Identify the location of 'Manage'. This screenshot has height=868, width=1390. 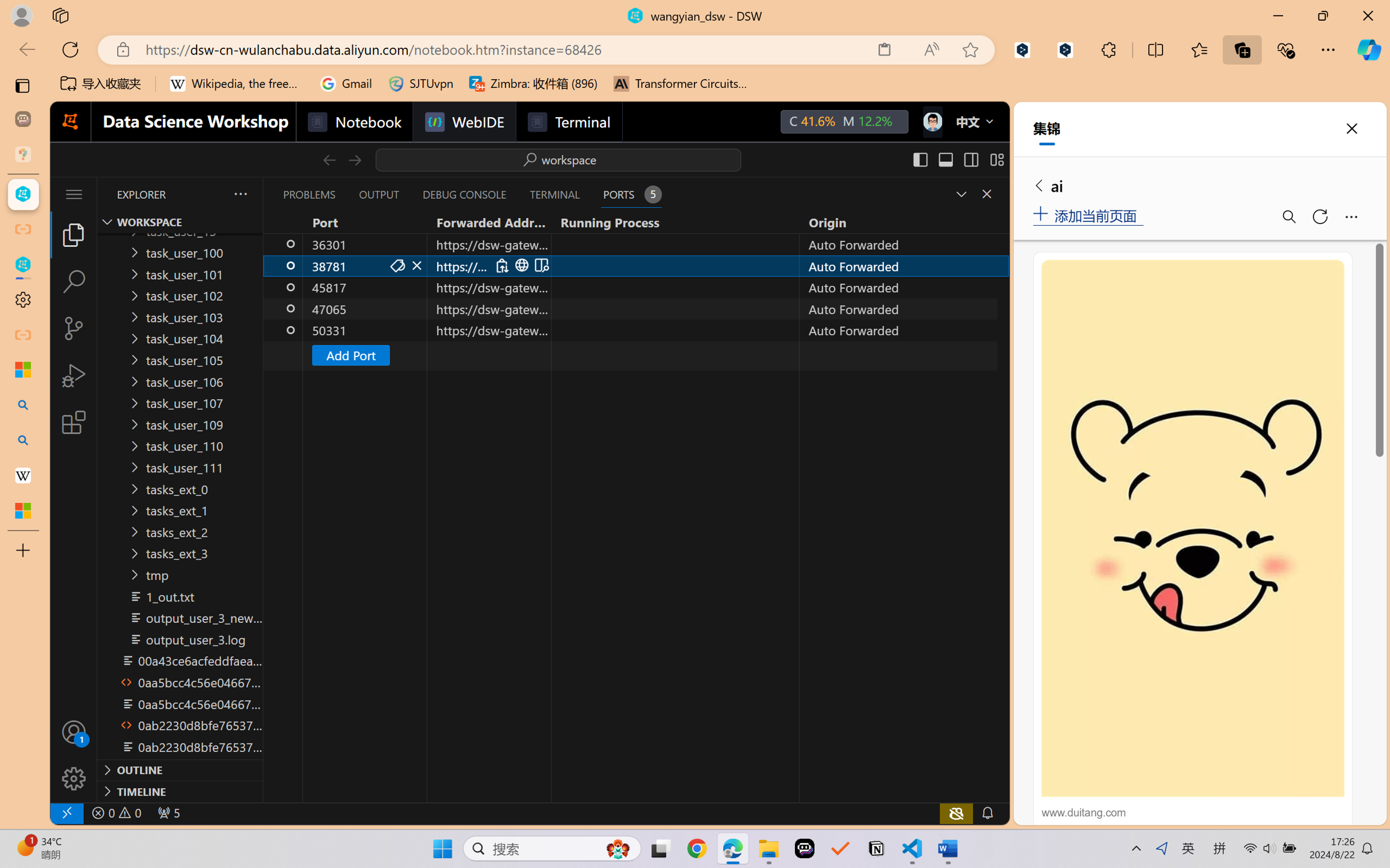
(73, 754).